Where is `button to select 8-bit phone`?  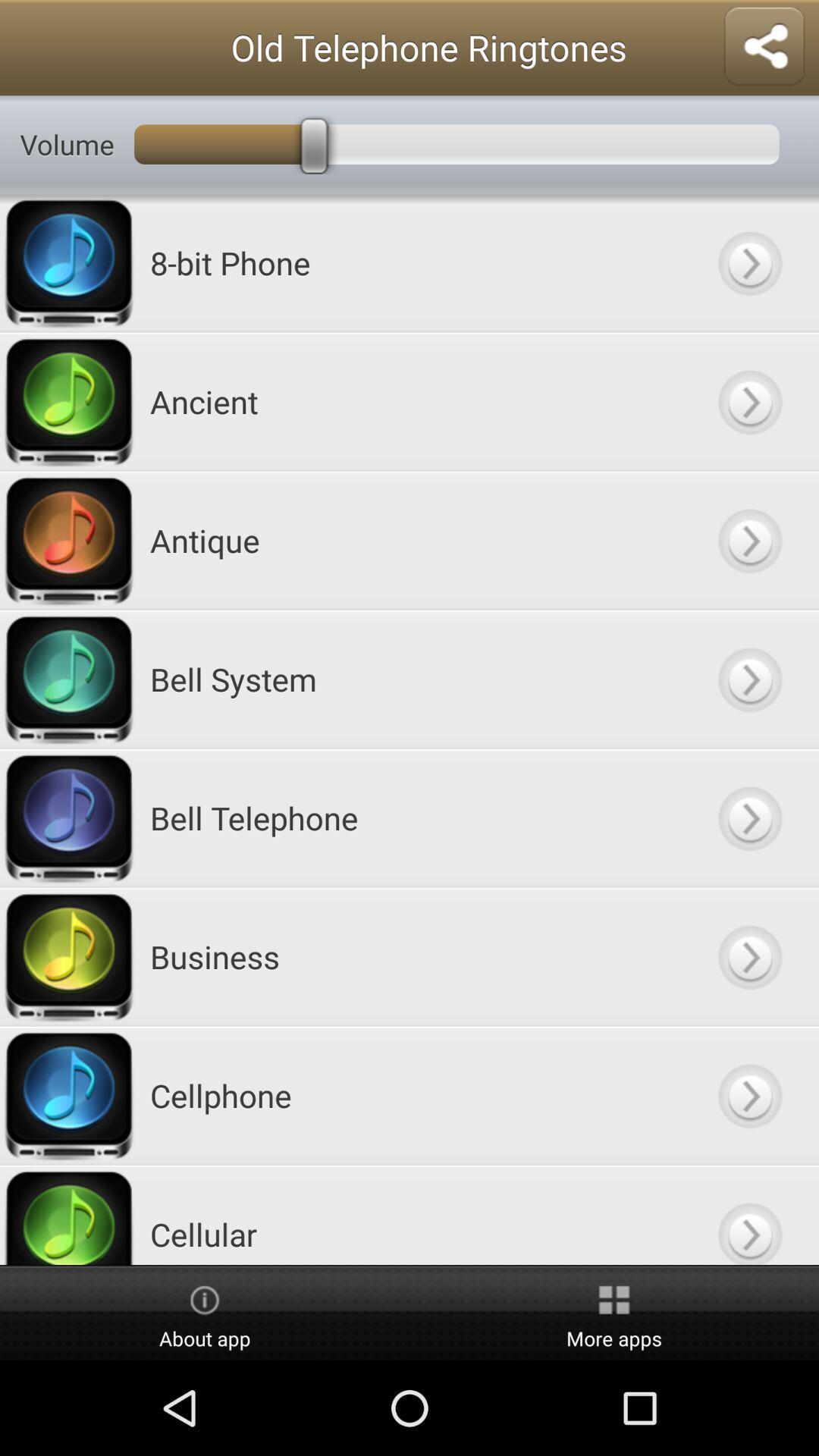 button to select 8-bit phone is located at coordinates (748, 262).